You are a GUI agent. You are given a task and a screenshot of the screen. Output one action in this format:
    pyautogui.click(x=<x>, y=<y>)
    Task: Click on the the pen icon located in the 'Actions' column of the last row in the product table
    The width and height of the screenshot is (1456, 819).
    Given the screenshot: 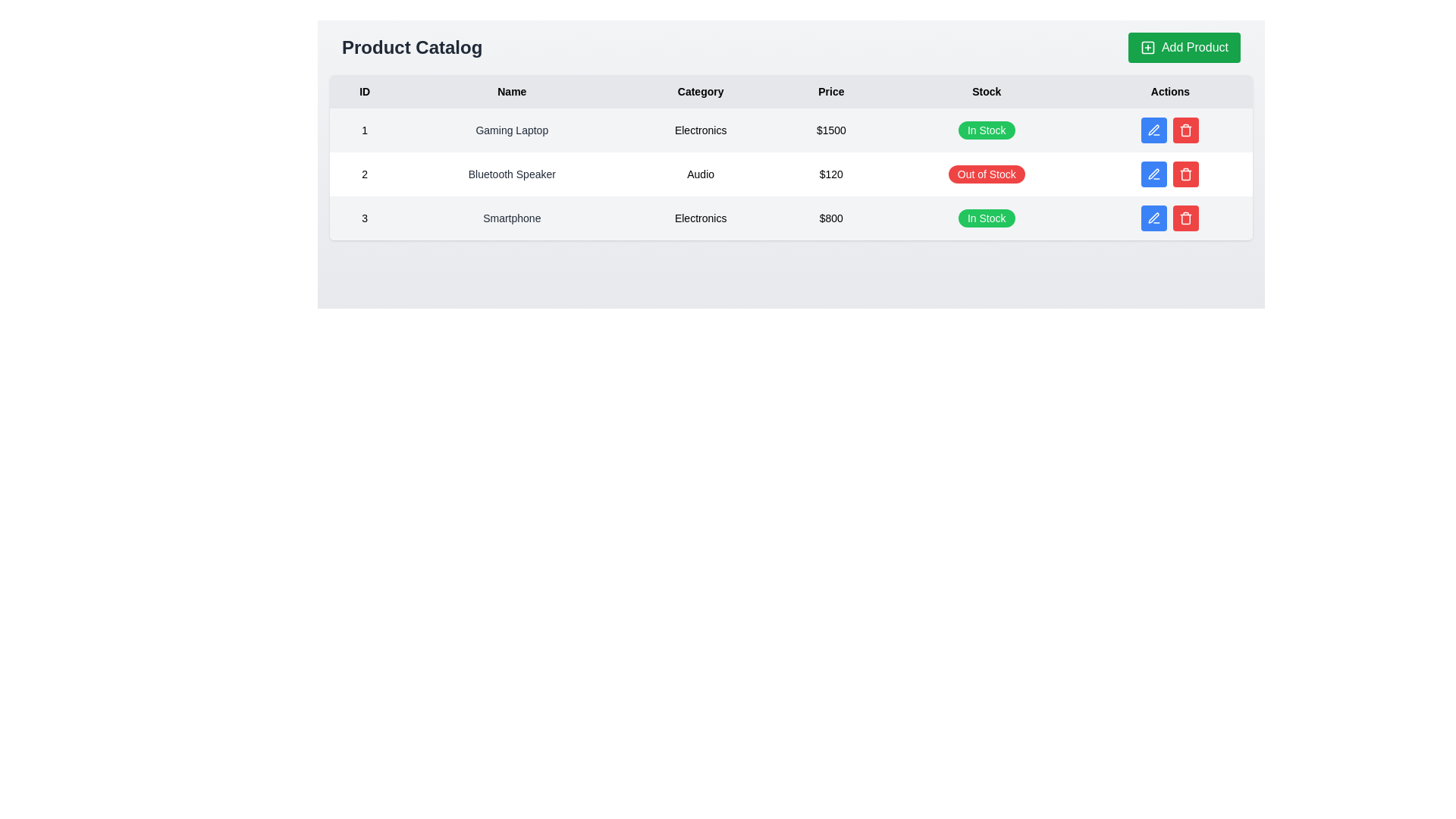 What is the action you would take?
    pyautogui.click(x=1153, y=218)
    